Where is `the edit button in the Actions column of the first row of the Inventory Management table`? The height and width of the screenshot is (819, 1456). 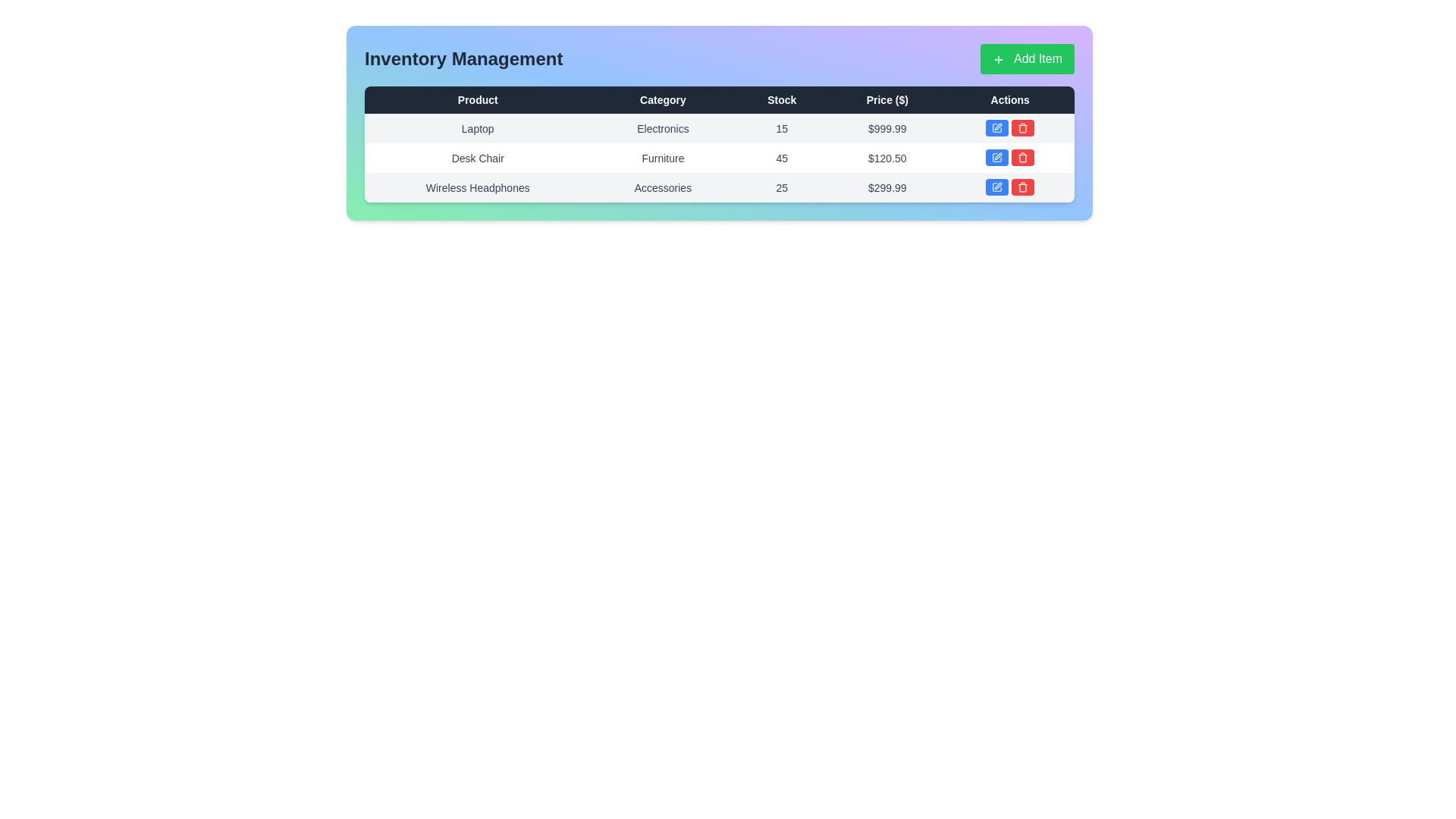 the edit button in the Actions column of the first row of the Inventory Management table is located at coordinates (997, 127).